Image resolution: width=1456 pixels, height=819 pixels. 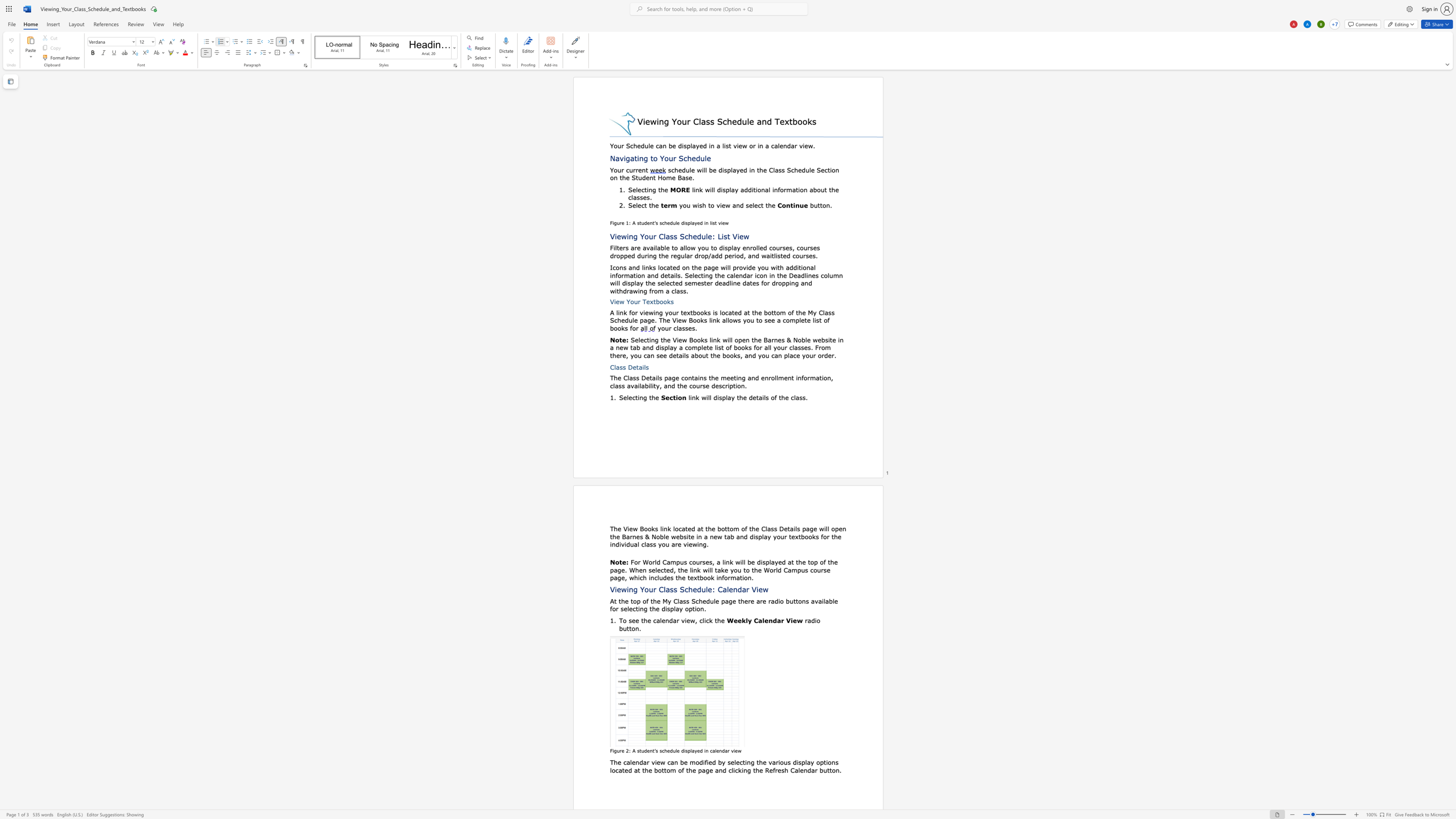 I want to click on the space between the continuous character "D" and "e" in the text, so click(x=783, y=528).